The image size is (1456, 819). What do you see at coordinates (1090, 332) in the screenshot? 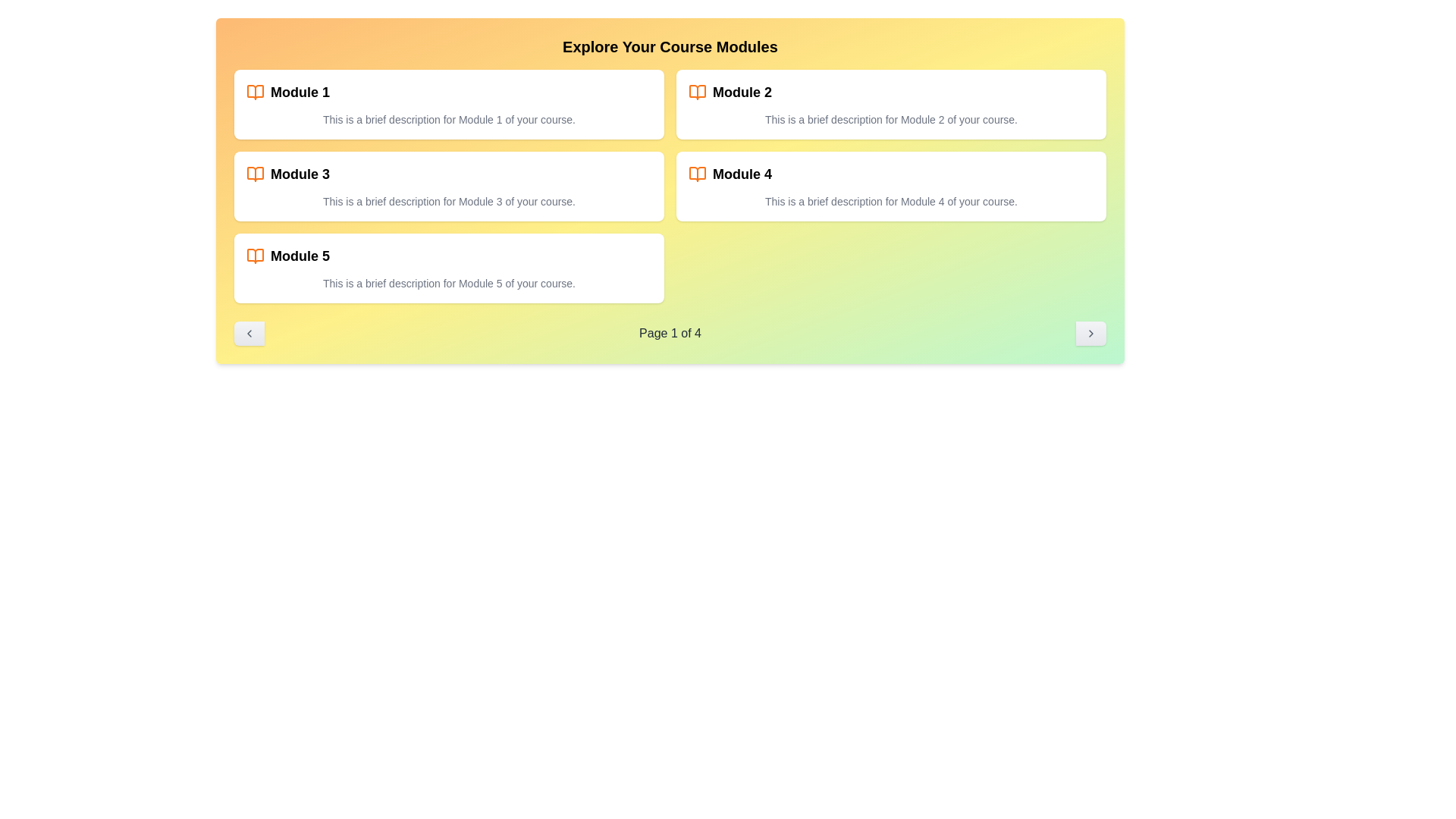
I see `the thin right-pointing chevron arrow icon located within the rounded rectangular button at the bottom-right corner` at bounding box center [1090, 332].